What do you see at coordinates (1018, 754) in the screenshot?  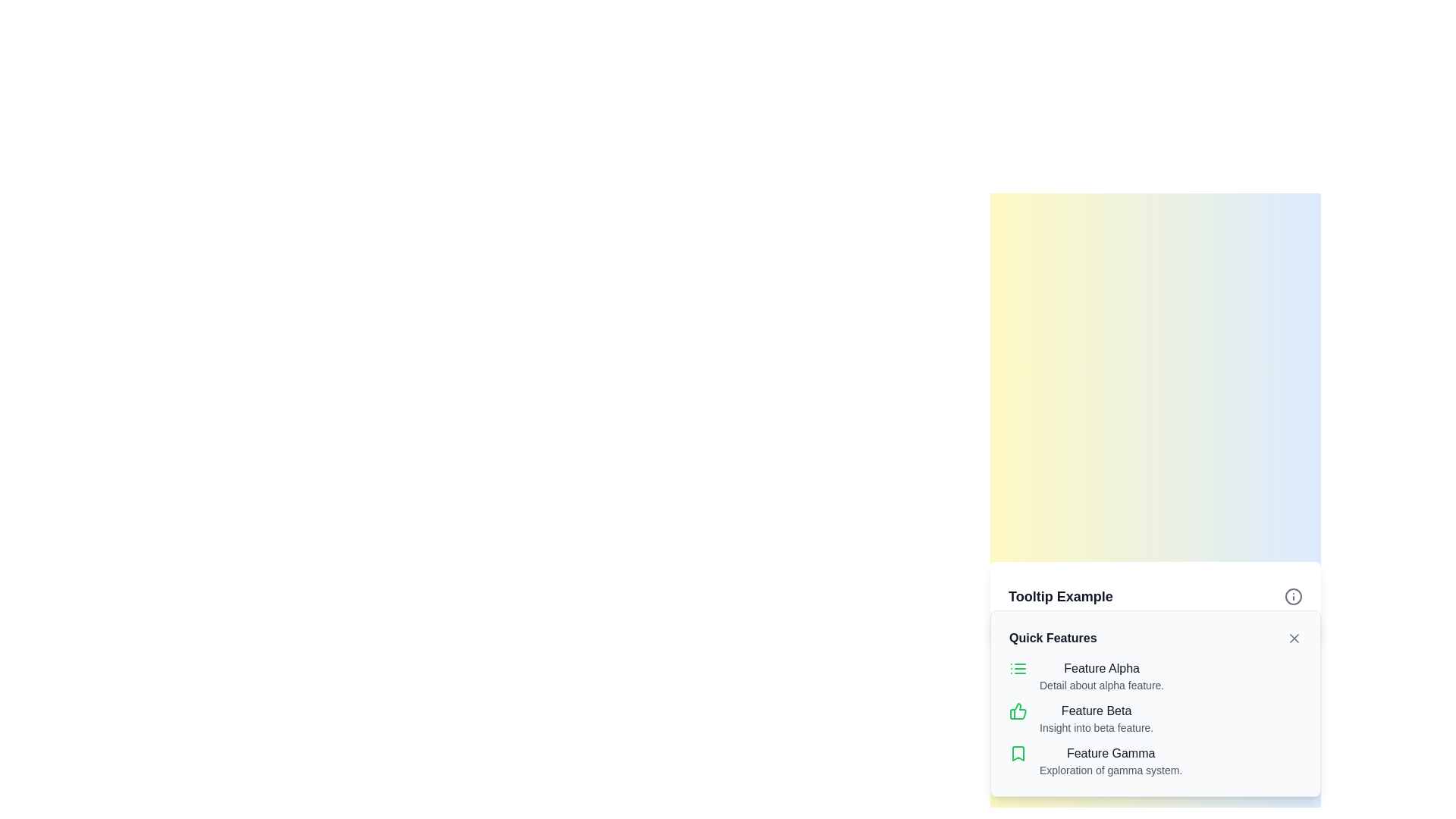 I see `the bookmark icon located` at bounding box center [1018, 754].